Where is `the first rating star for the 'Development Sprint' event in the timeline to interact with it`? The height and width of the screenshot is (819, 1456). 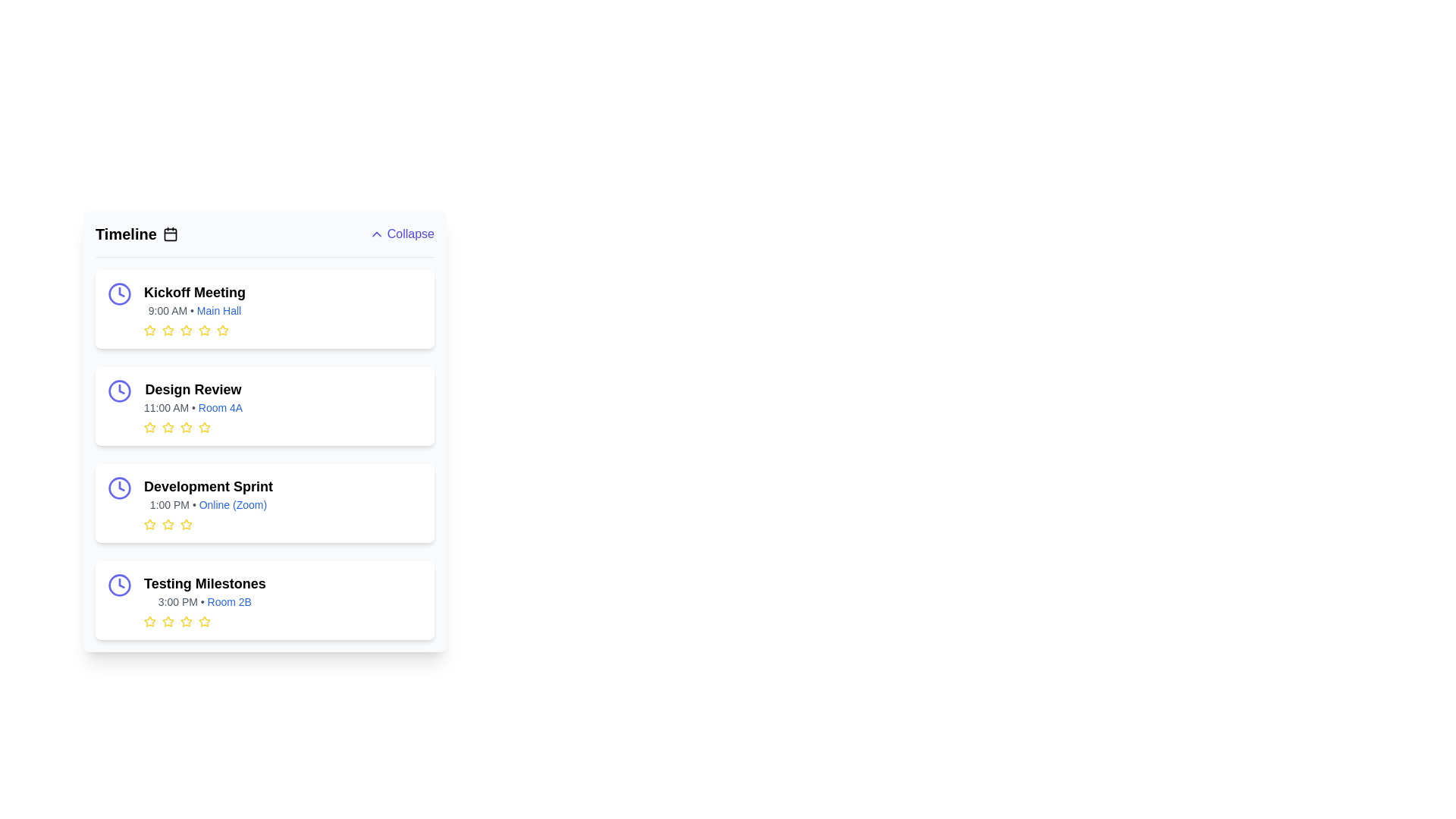 the first rating star for the 'Development Sprint' event in the timeline to interact with it is located at coordinates (185, 523).